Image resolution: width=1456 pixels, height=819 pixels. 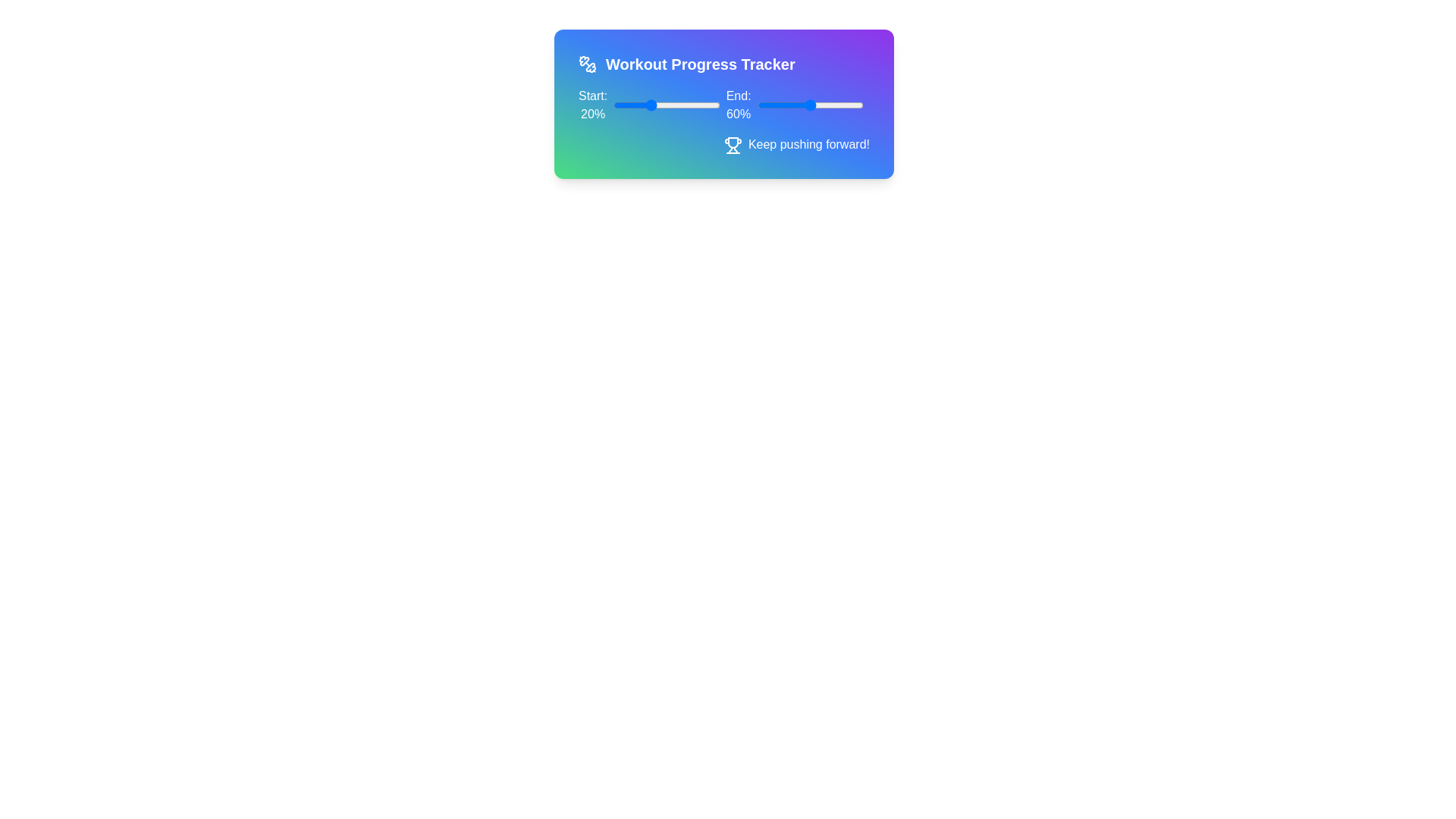 I want to click on the static text display showing 'End: 60%' which is centrally aligned and appears in white against a blue and purple gradient background, so click(x=739, y=104).